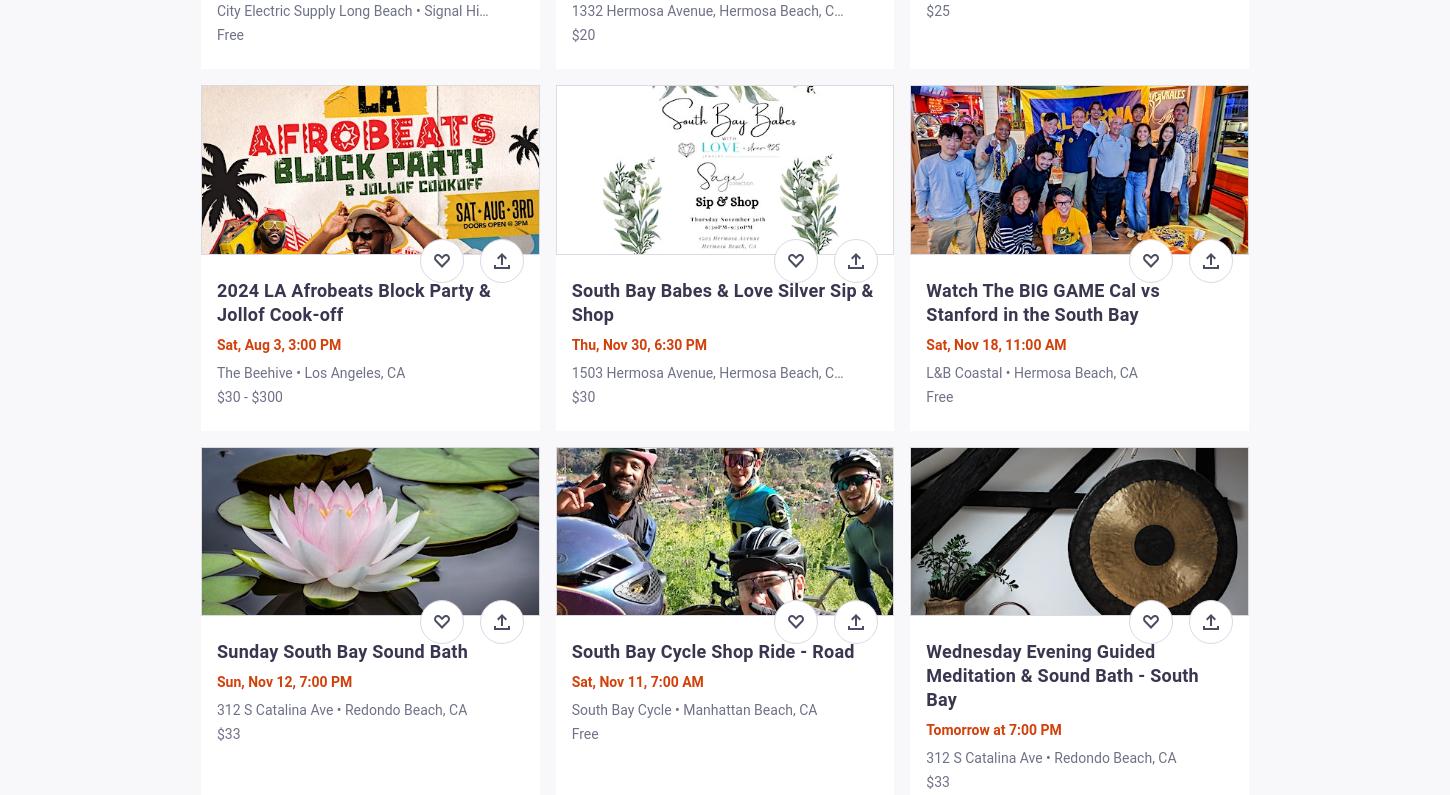 This screenshot has width=1450, height=795. What do you see at coordinates (583, 33) in the screenshot?
I see `'$20'` at bounding box center [583, 33].